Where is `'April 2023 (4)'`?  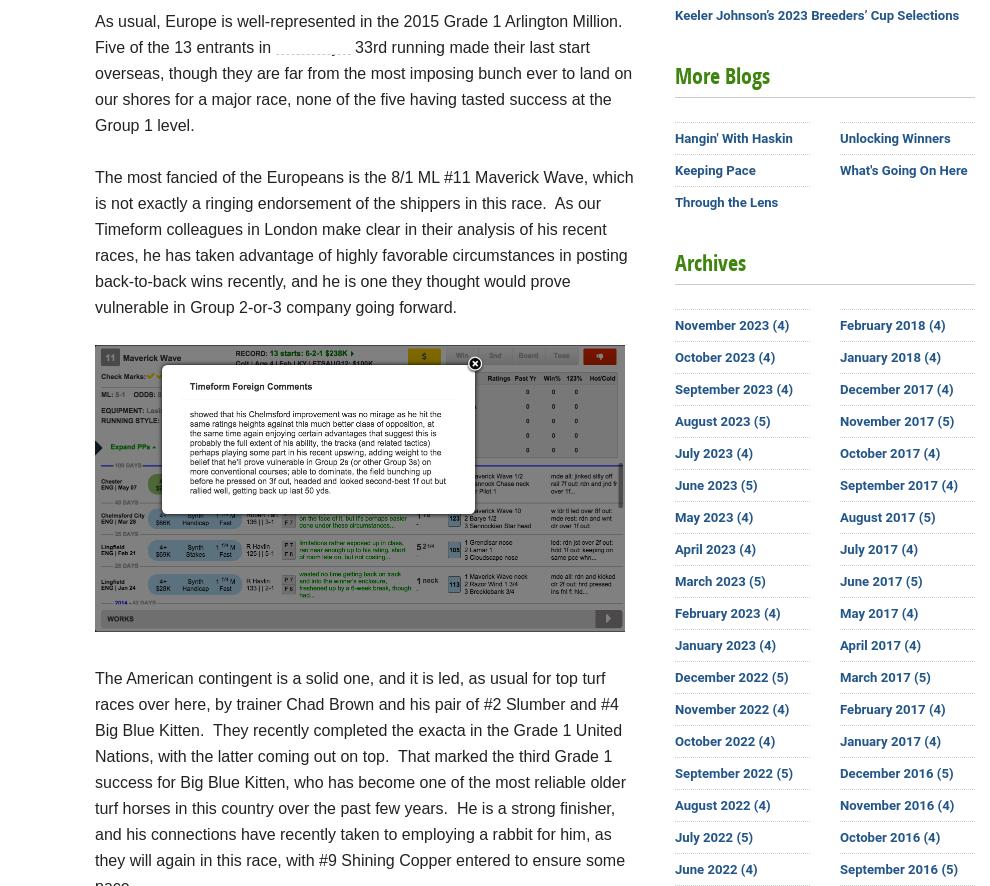
'April 2023 (4)' is located at coordinates (714, 549).